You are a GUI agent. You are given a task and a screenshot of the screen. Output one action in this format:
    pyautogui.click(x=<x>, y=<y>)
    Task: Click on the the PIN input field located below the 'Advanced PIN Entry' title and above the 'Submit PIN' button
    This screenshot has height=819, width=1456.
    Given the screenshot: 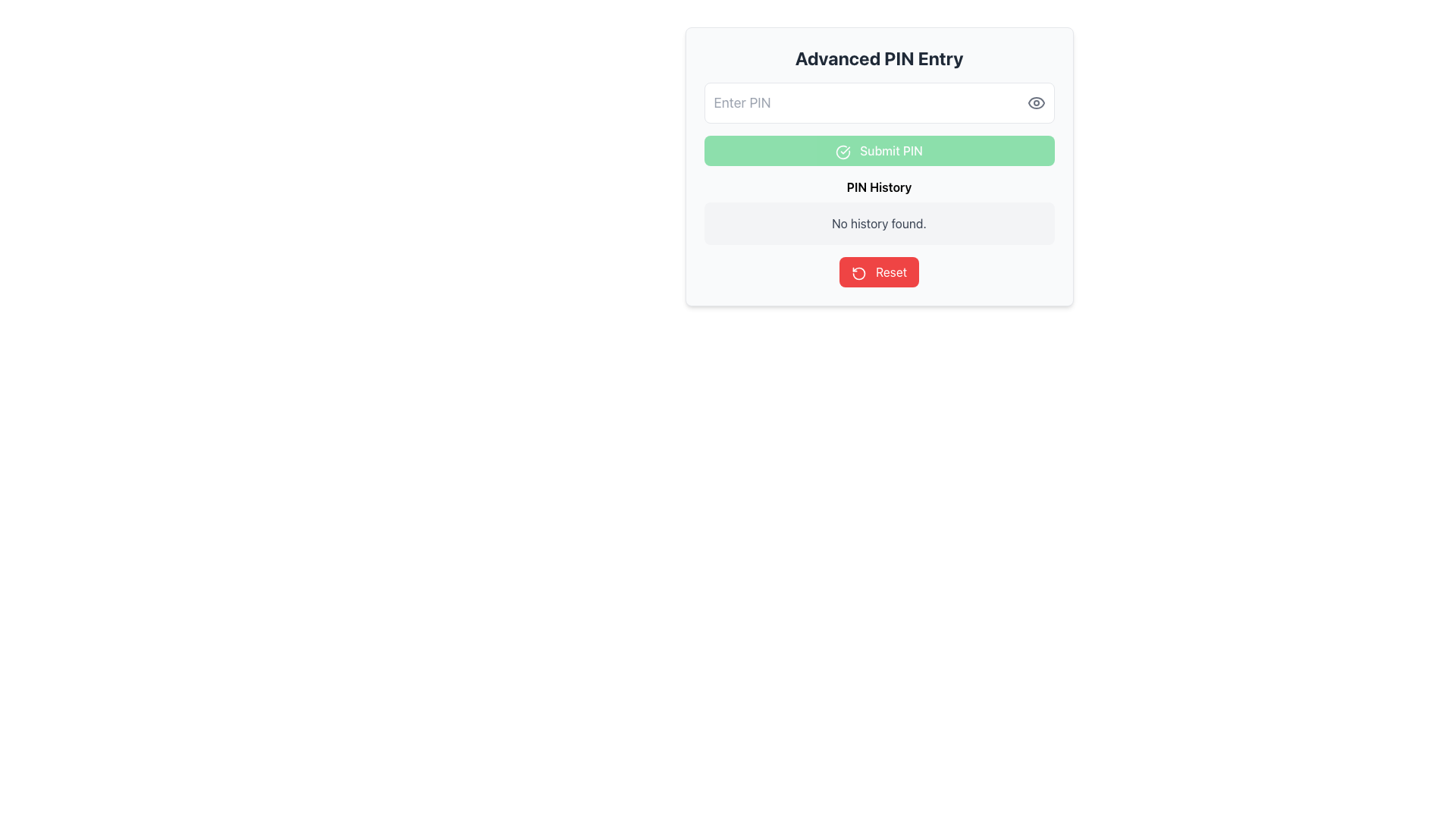 What is the action you would take?
    pyautogui.click(x=879, y=102)
    